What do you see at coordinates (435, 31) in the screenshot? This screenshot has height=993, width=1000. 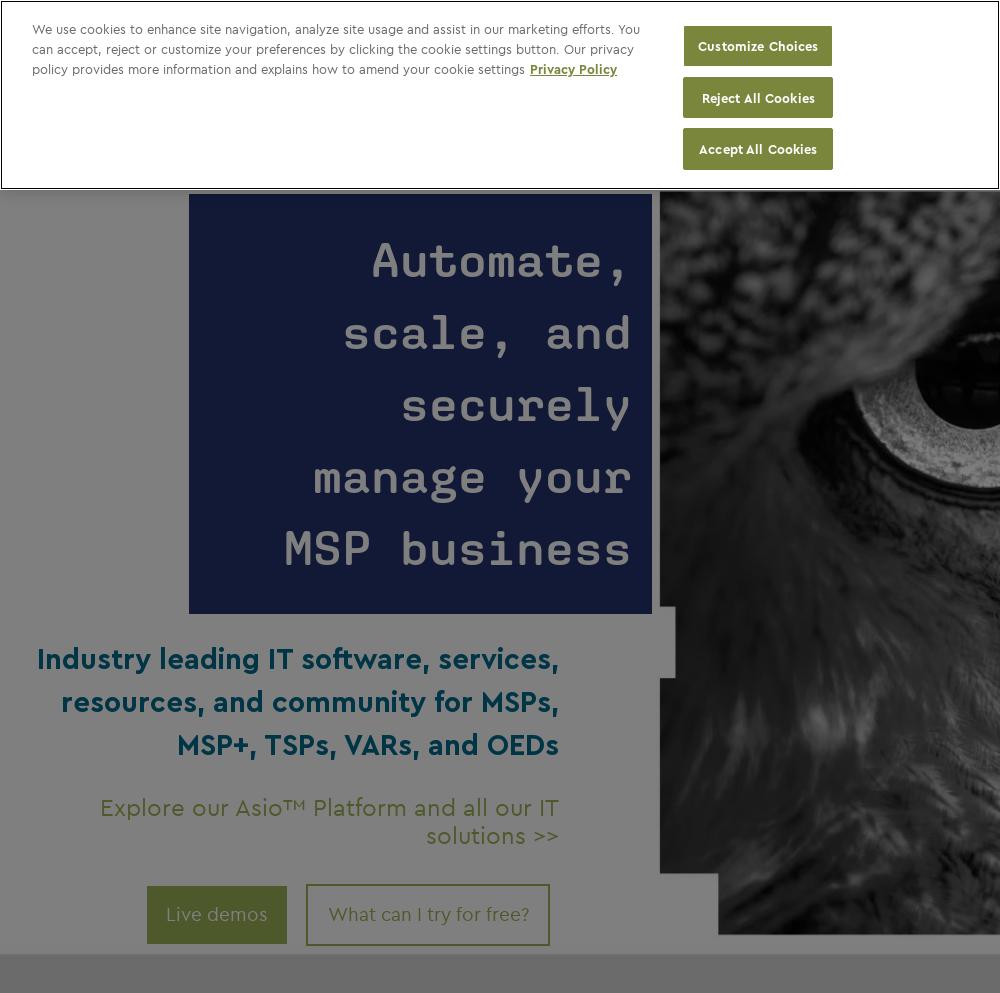 I see `'Cybersecurity Center'` at bounding box center [435, 31].